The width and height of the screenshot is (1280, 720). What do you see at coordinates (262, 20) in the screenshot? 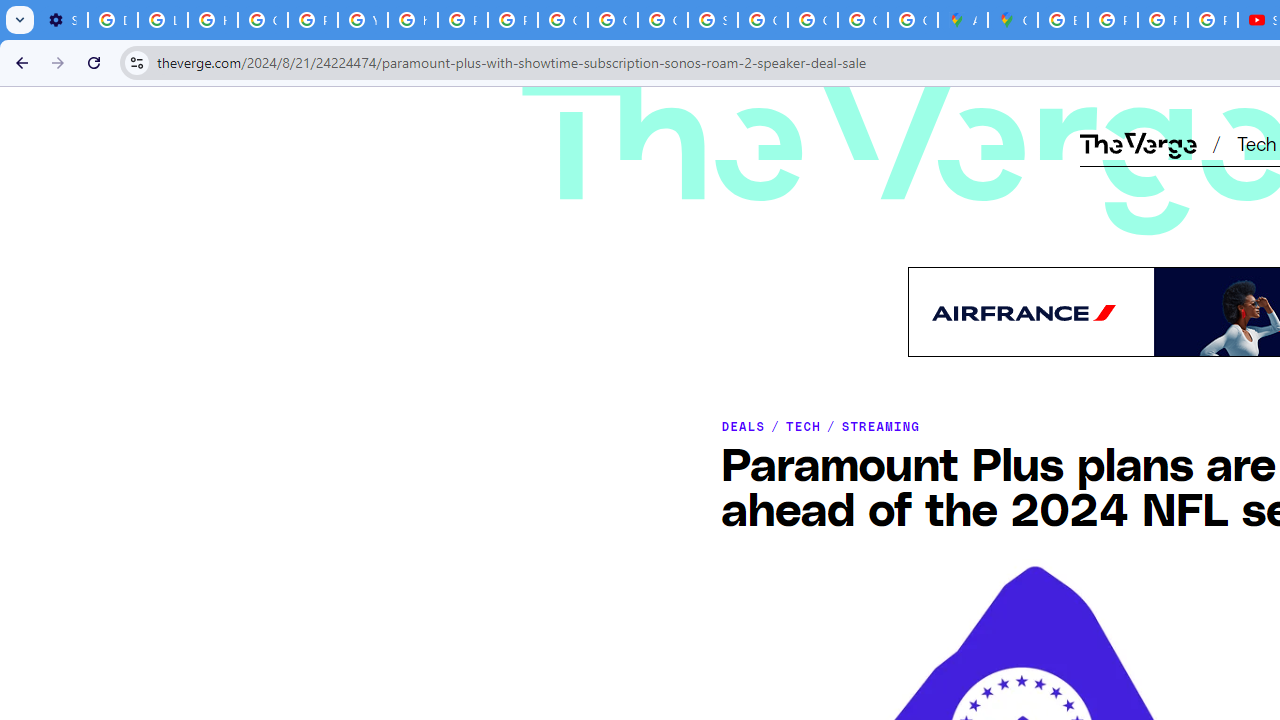
I see `'Google Account Help'` at bounding box center [262, 20].